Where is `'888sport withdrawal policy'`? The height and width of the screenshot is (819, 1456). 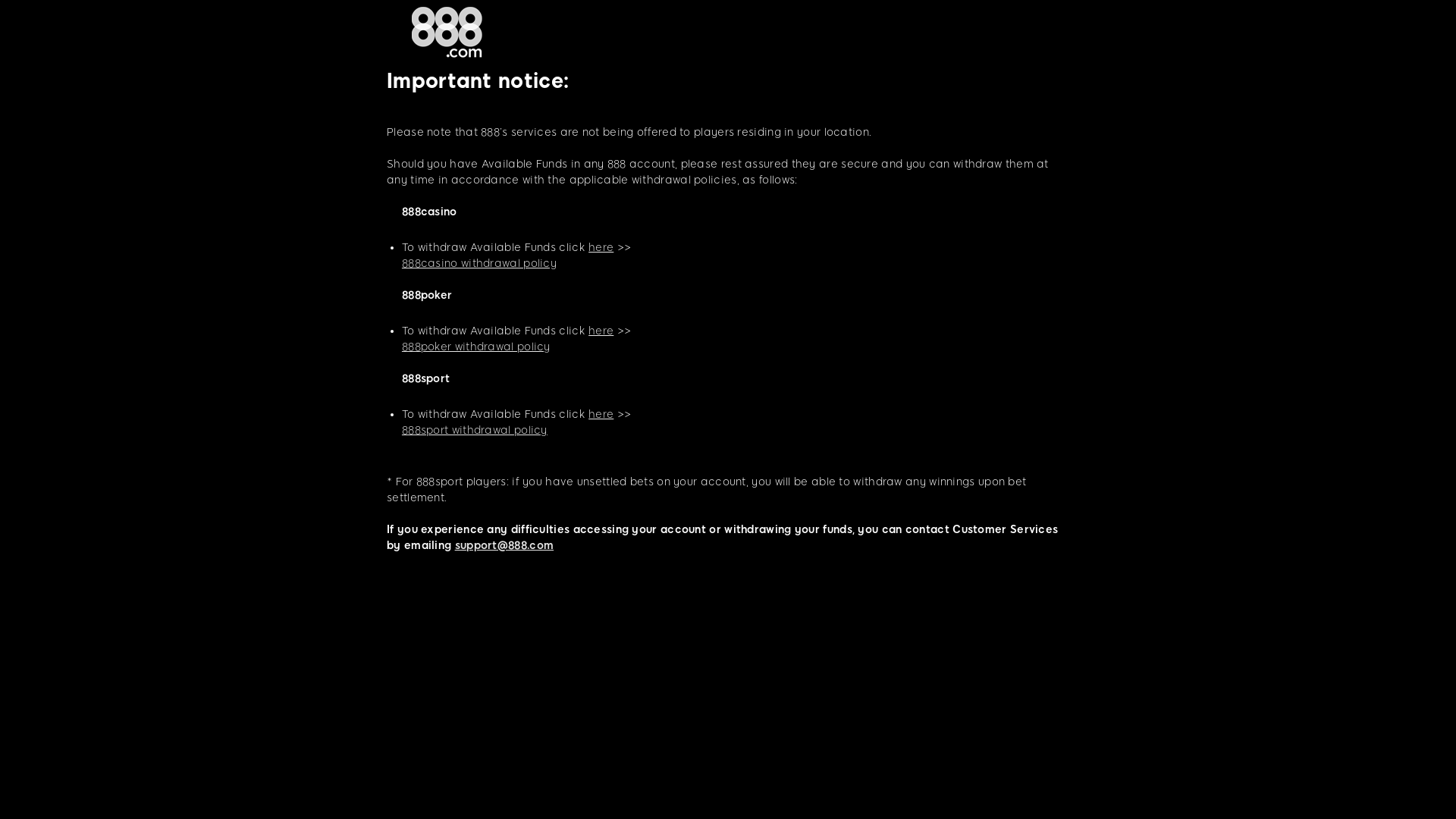
'888sport withdrawal policy' is located at coordinates (473, 430).